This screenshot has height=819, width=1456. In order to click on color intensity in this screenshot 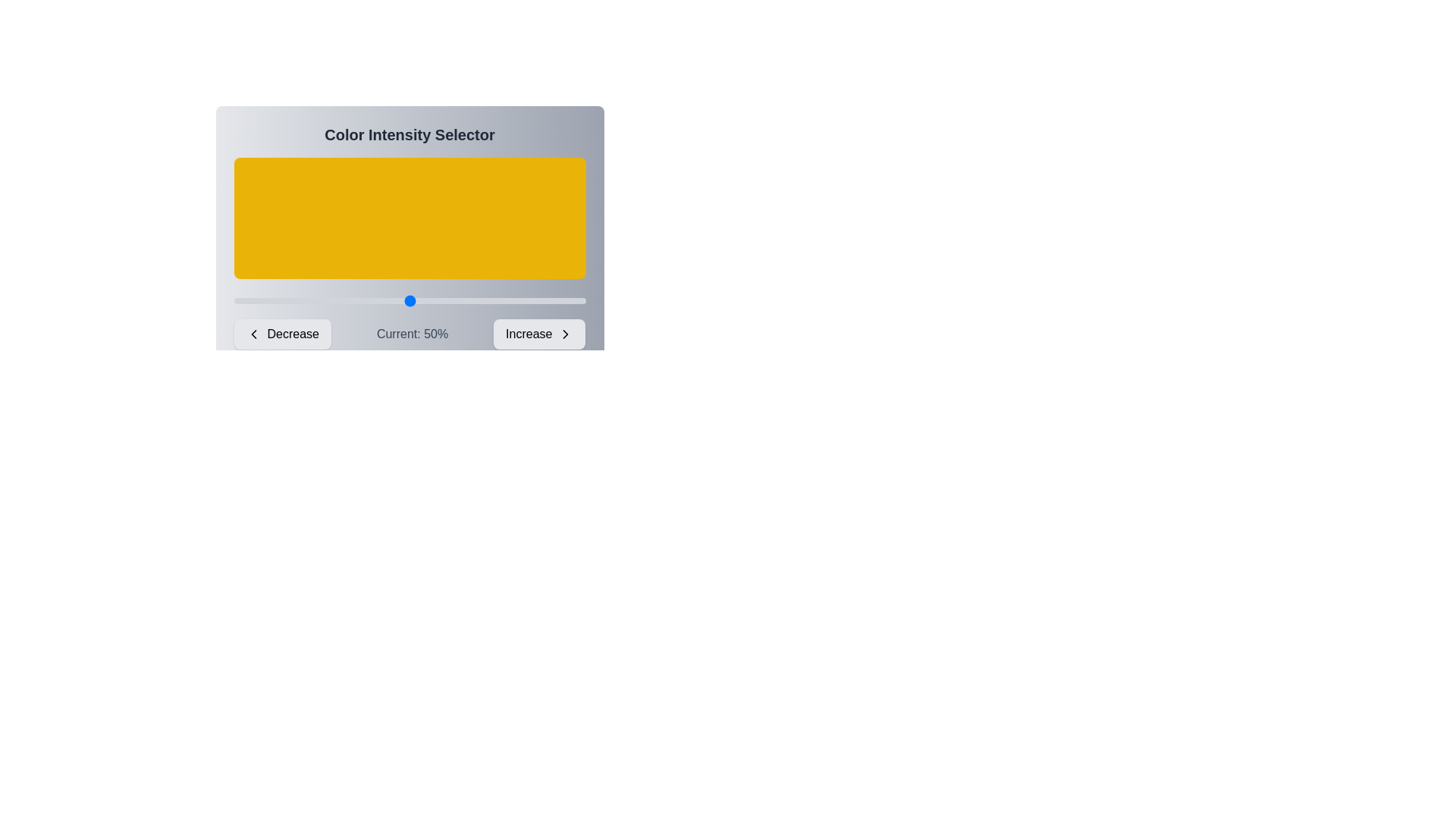, I will do `click(283, 301)`.